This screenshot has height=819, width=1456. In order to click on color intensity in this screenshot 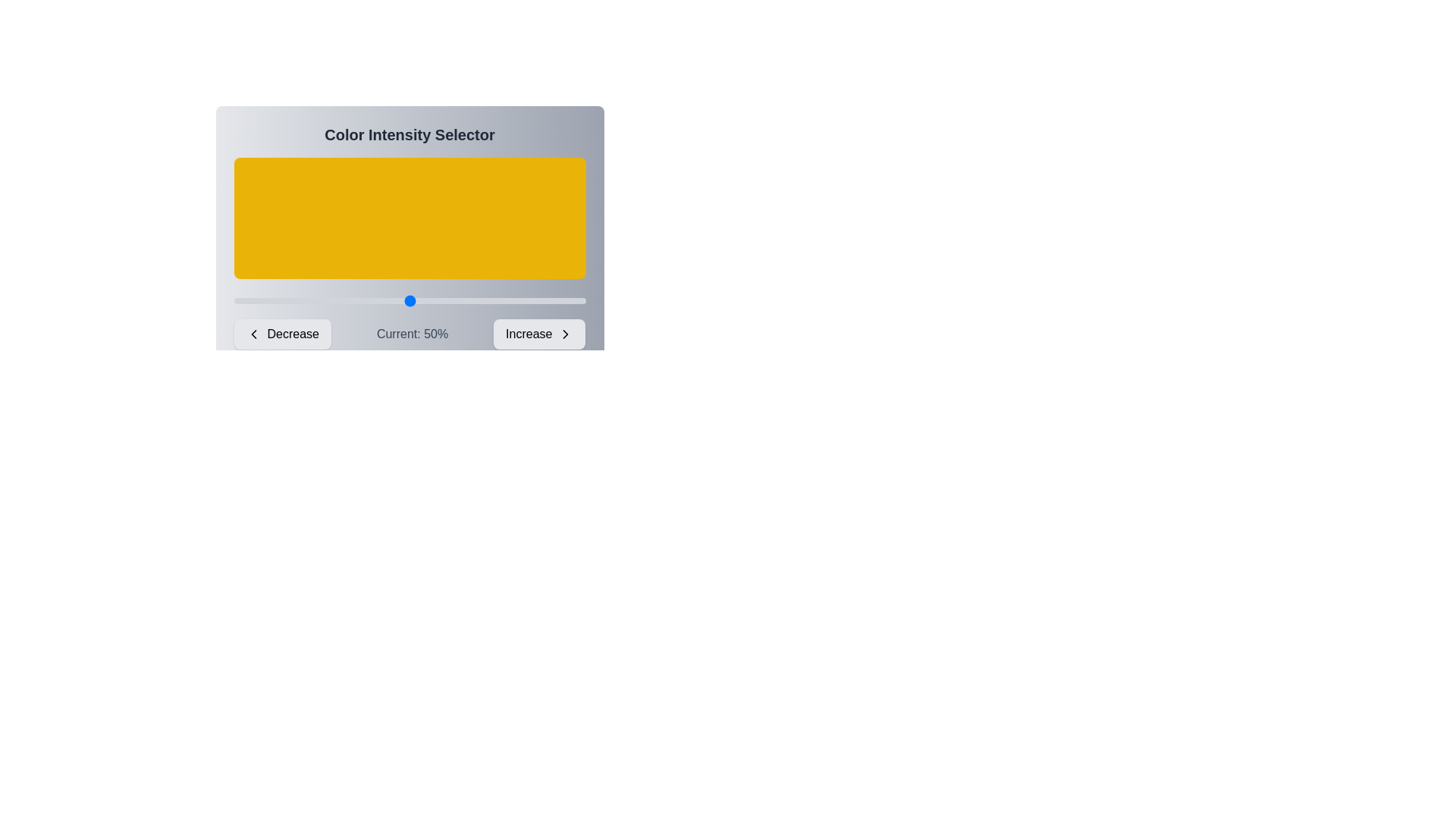, I will do `click(283, 301)`.